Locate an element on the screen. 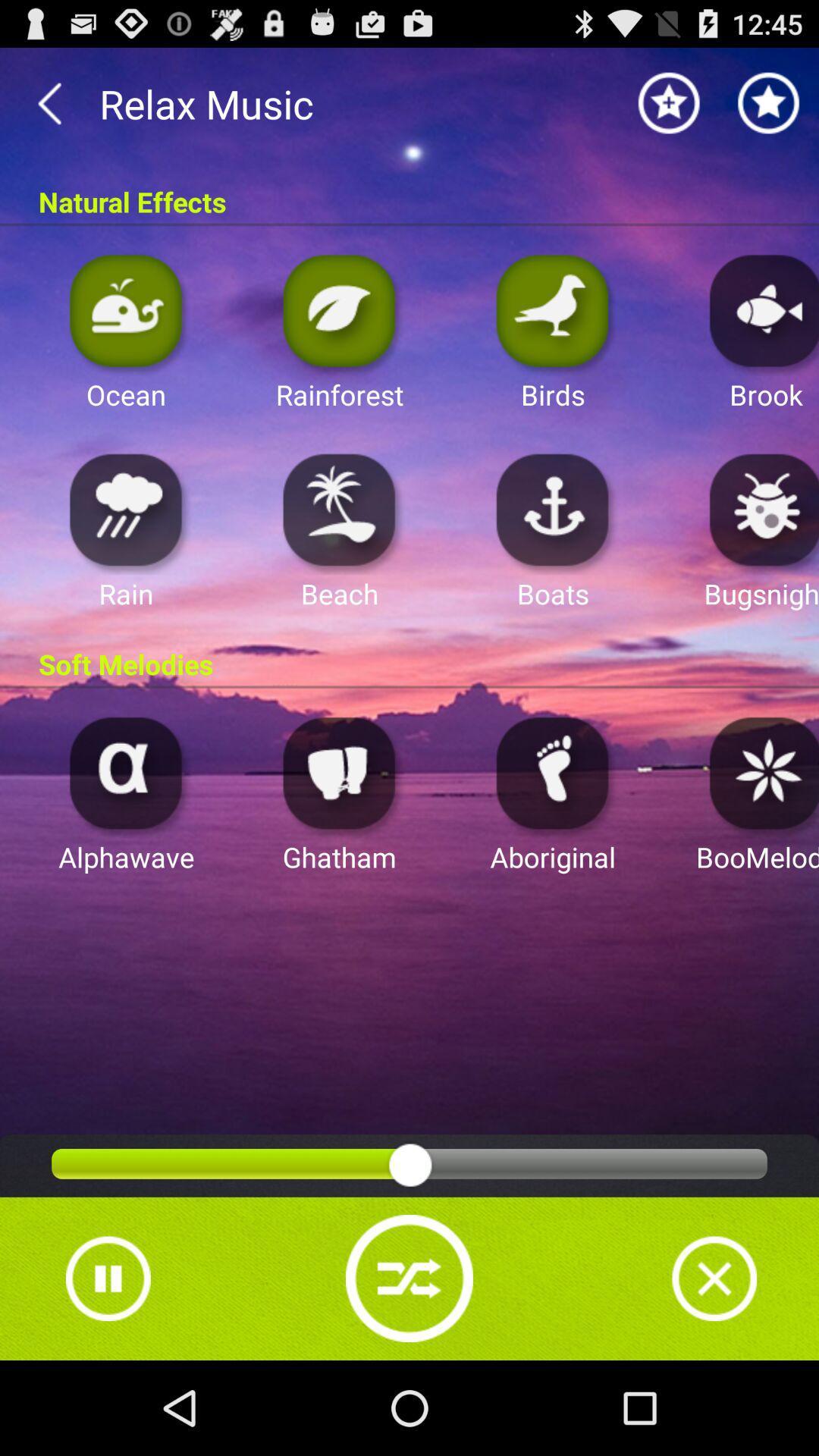 The width and height of the screenshot is (819, 1456). aboriginal is located at coordinates (553, 772).